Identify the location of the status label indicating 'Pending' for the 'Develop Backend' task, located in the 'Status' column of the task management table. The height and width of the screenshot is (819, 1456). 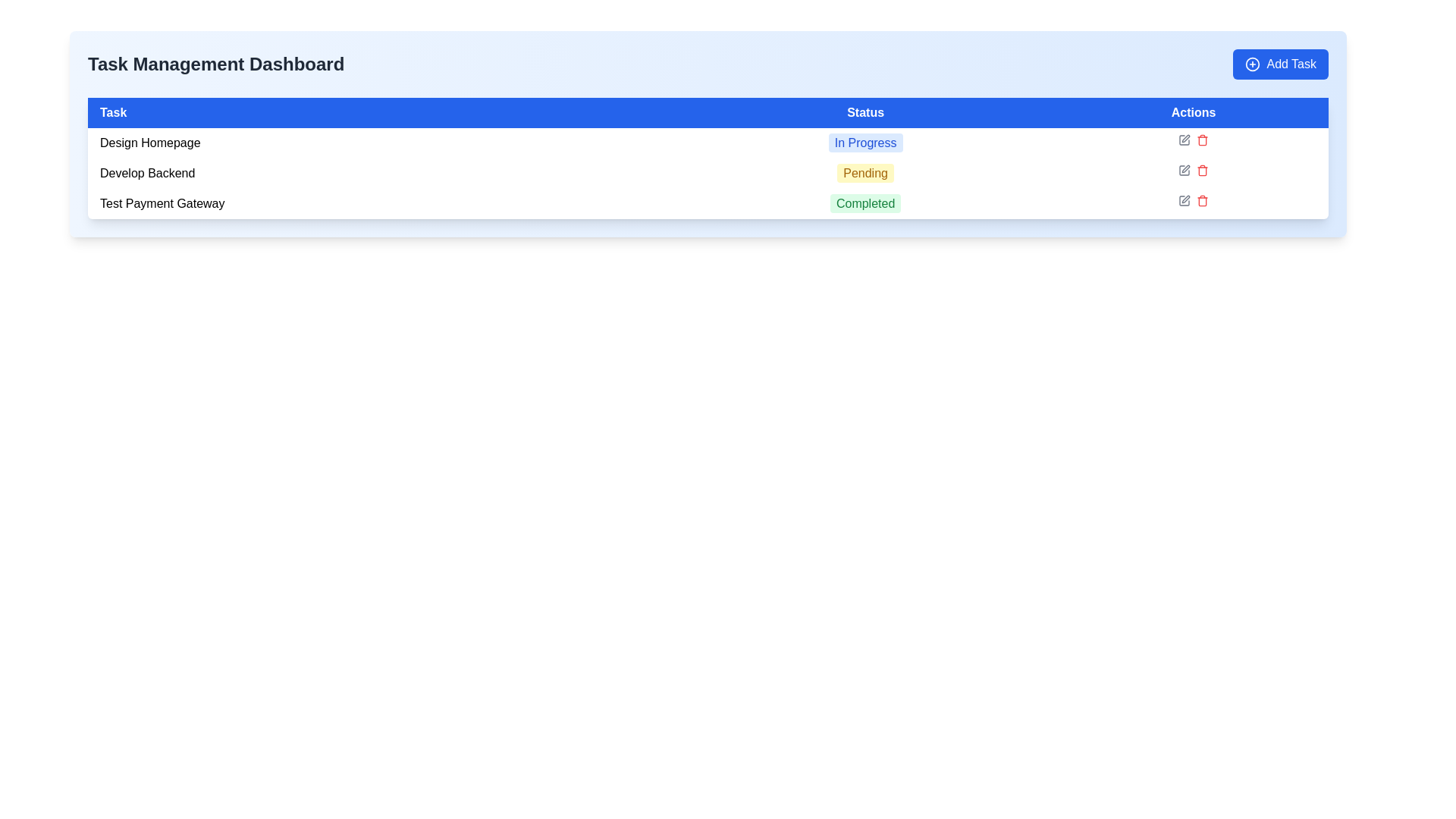
(865, 172).